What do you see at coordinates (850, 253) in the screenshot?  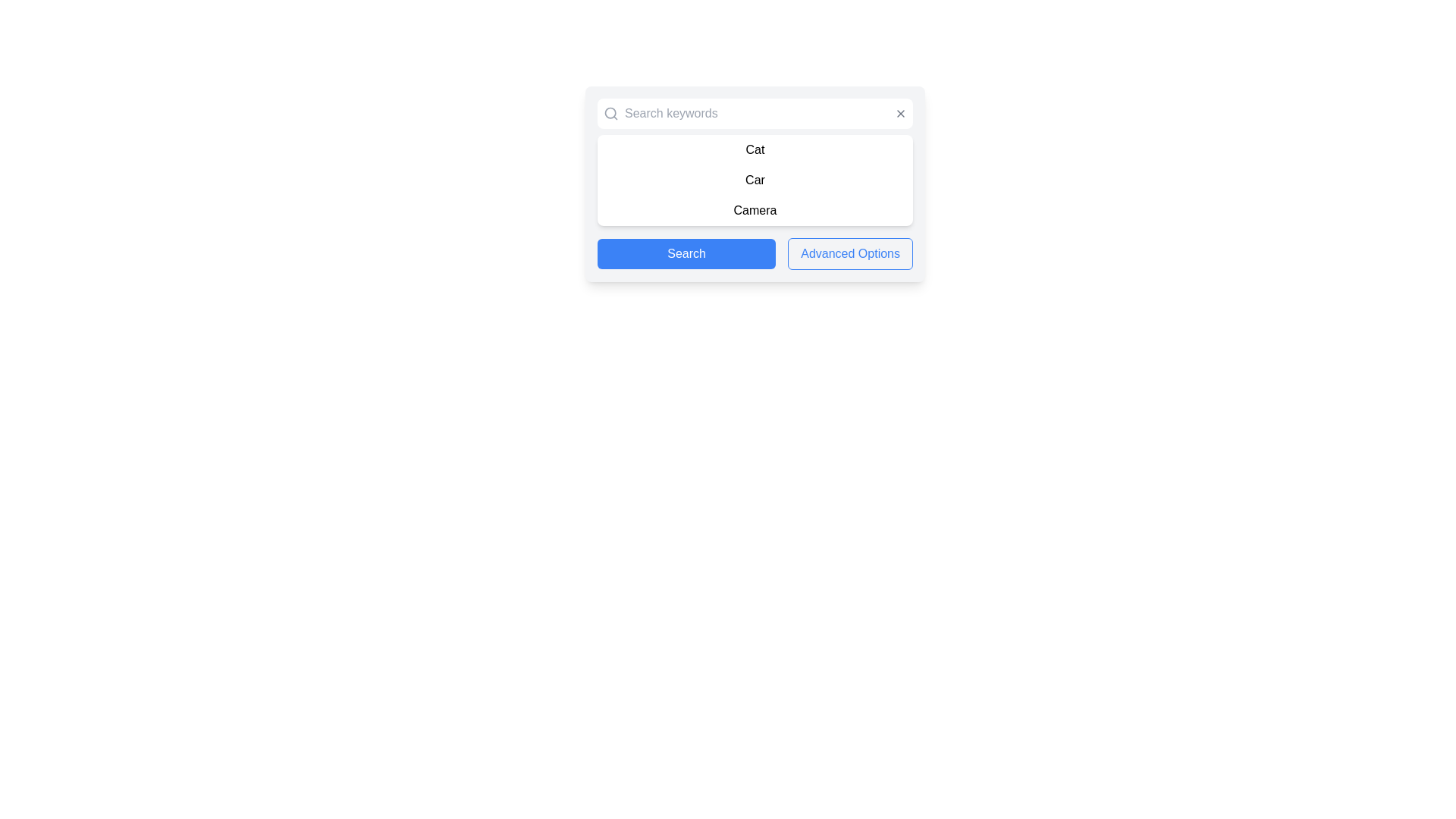 I see `the 'Advanced Options' button, which is a rounded button with a transparent background and blue text, located to the right of the 'Search' button` at bounding box center [850, 253].